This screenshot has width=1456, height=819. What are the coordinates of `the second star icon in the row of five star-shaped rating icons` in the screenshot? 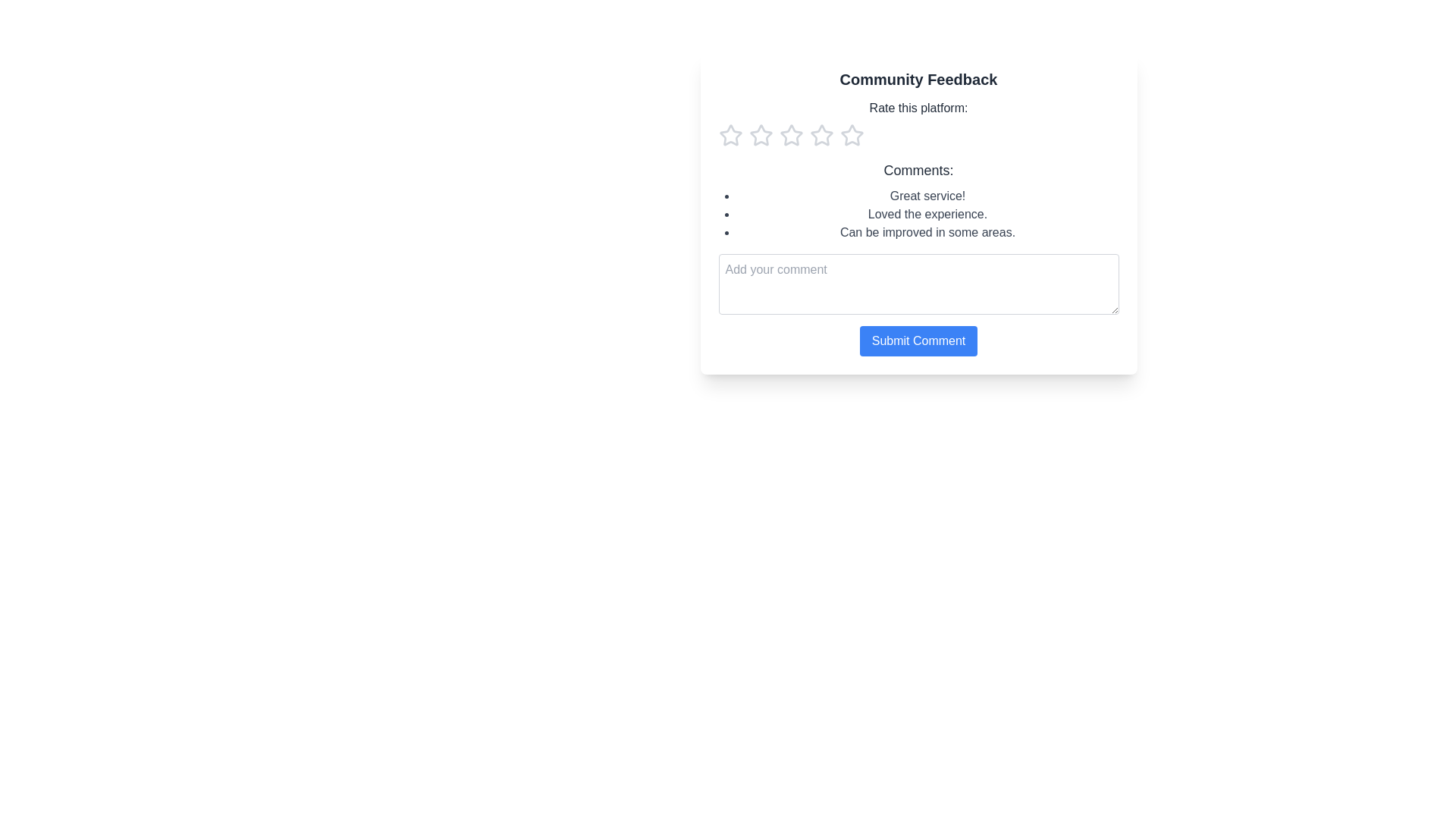 It's located at (852, 134).